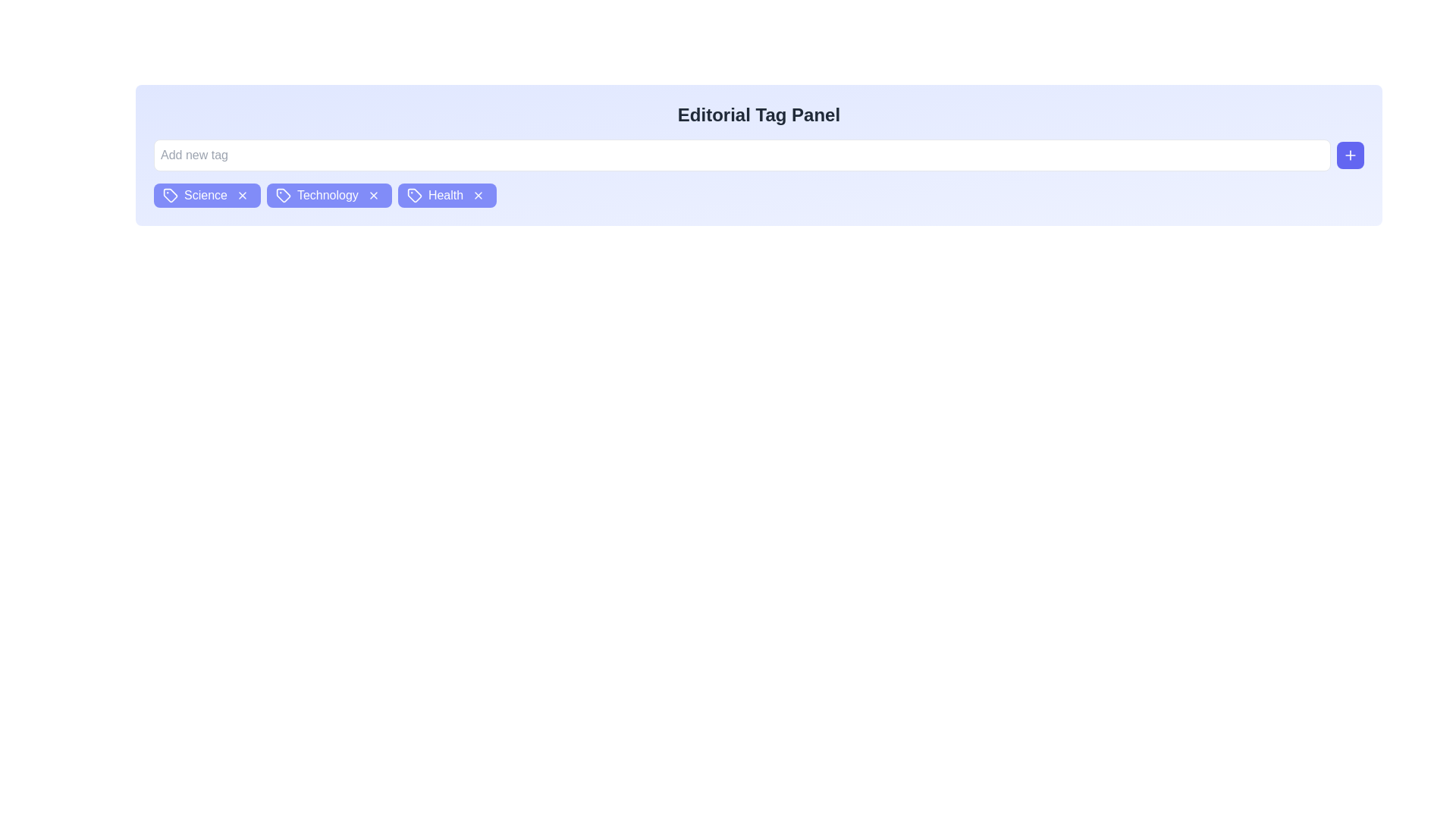 This screenshot has height=819, width=1456. I want to click on the icon, so click(1350, 155).